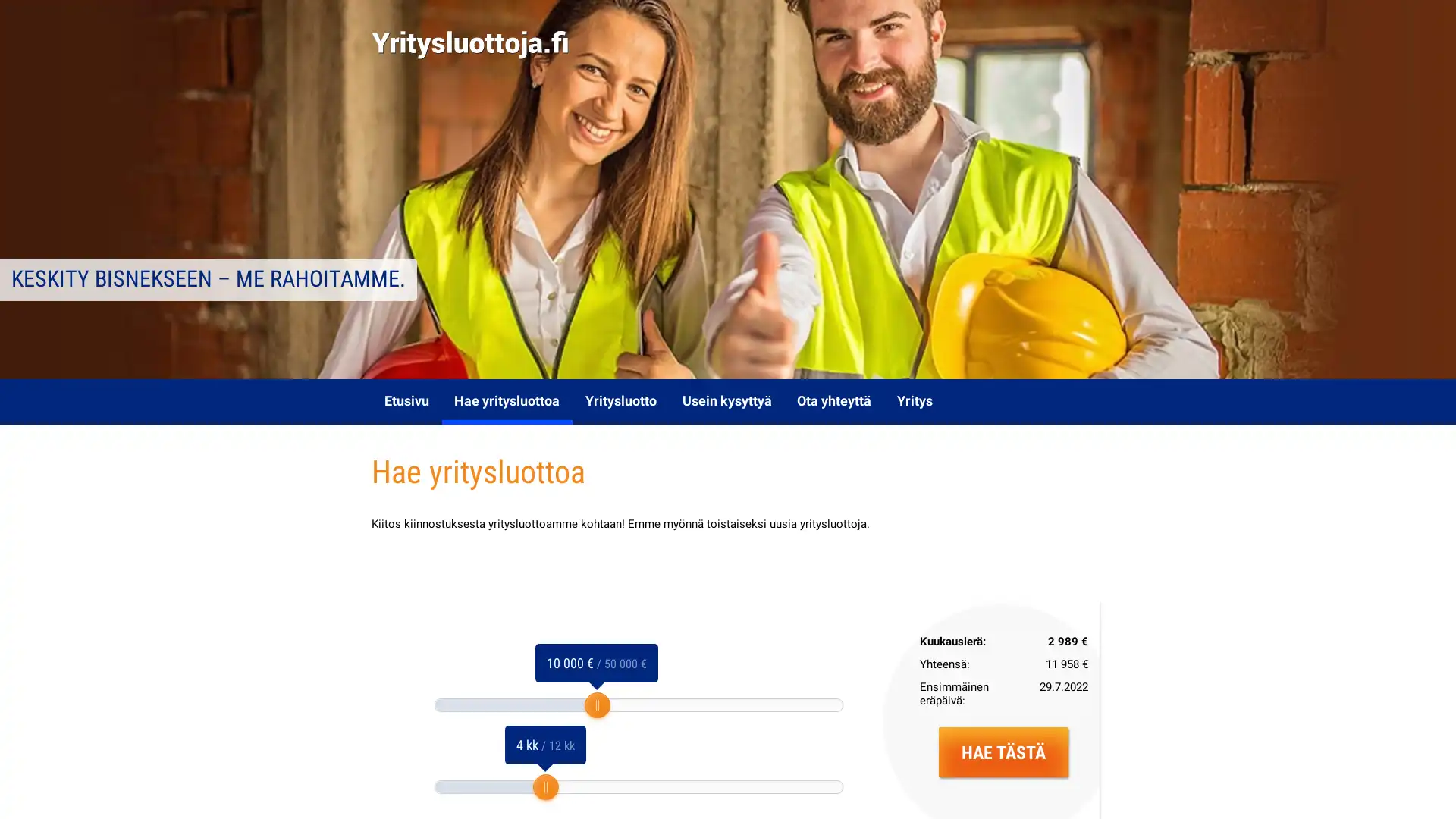 This screenshot has width=1456, height=819. Describe the element at coordinates (1003, 752) in the screenshot. I see `Hae tasta` at that location.